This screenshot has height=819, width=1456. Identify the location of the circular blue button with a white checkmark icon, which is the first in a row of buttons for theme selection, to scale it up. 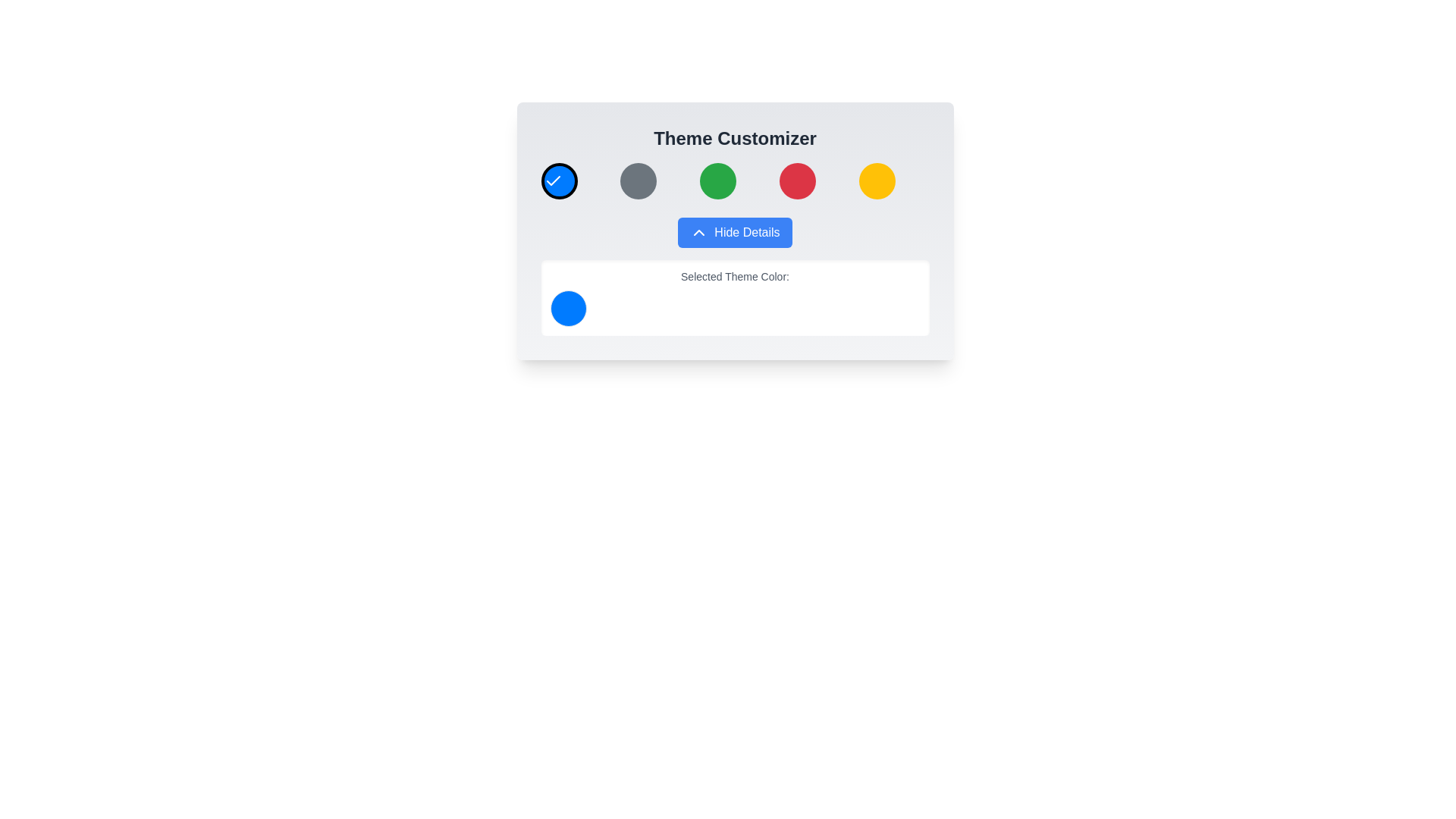
(558, 180).